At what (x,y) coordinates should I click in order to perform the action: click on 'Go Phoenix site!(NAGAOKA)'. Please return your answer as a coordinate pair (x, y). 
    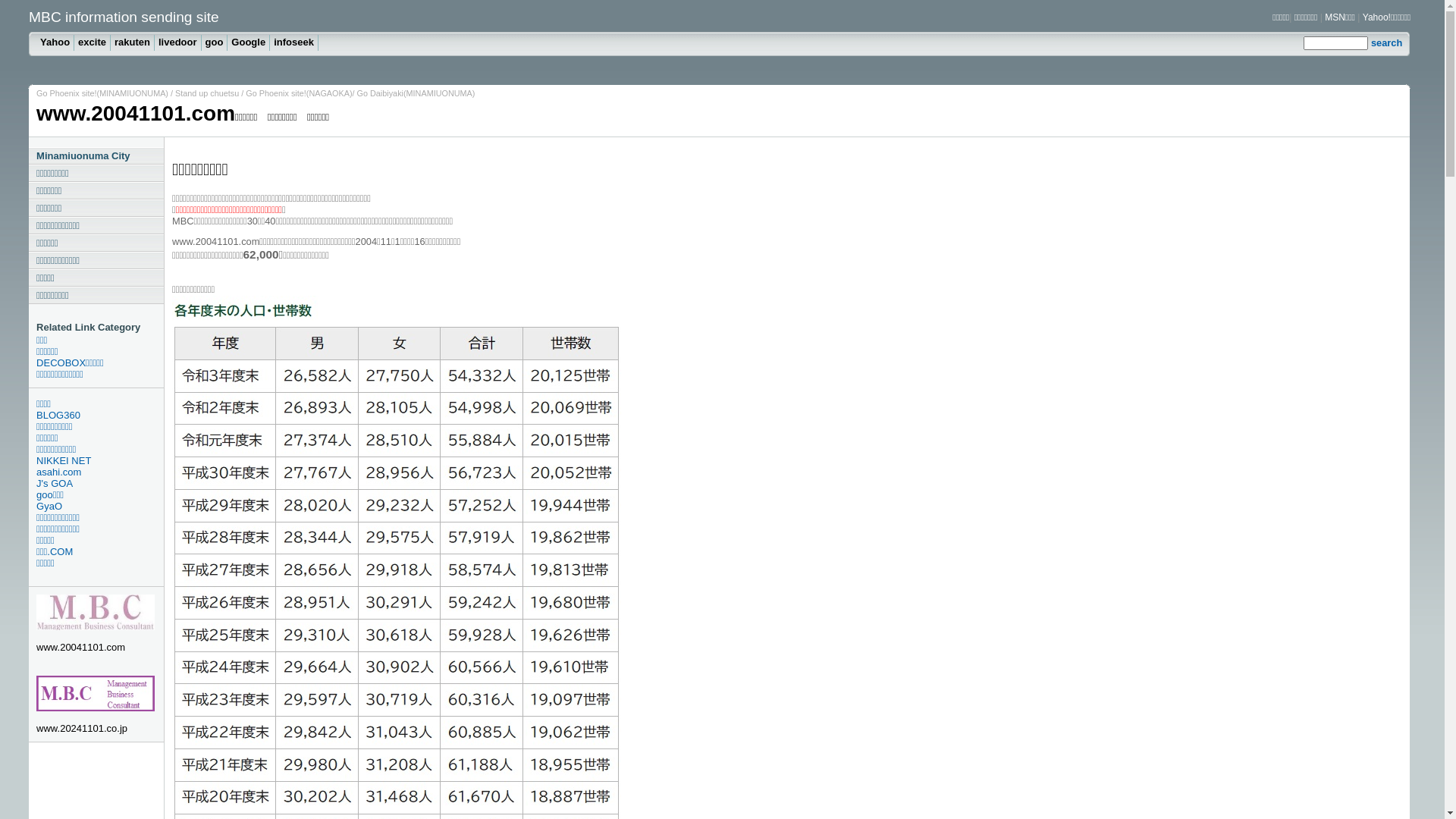
    Looking at the image, I should click on (246, 93).